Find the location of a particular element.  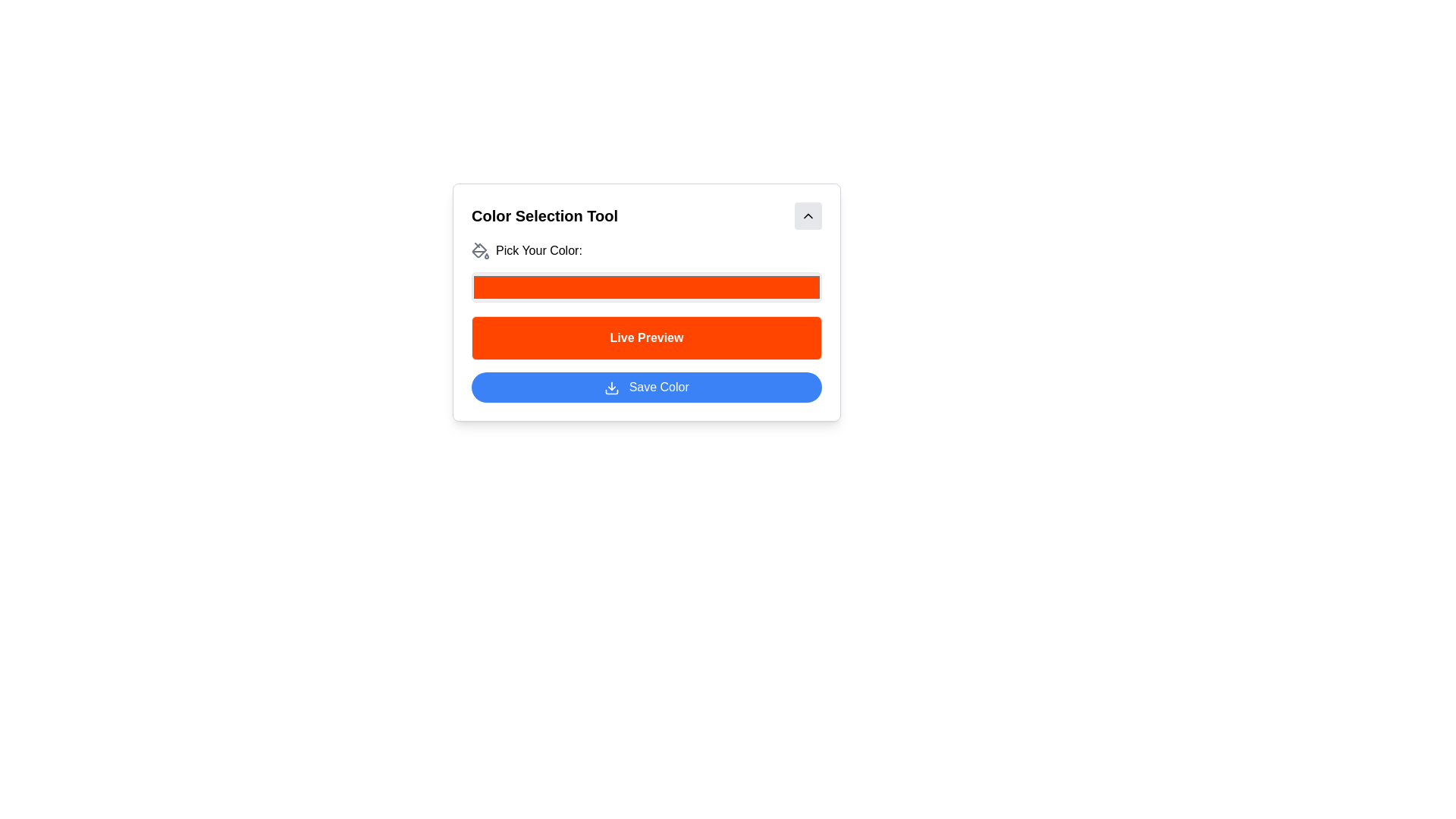

the 'Save Color' button located at the bottom of the color selection tool interface is located at coordinates (647, 386).